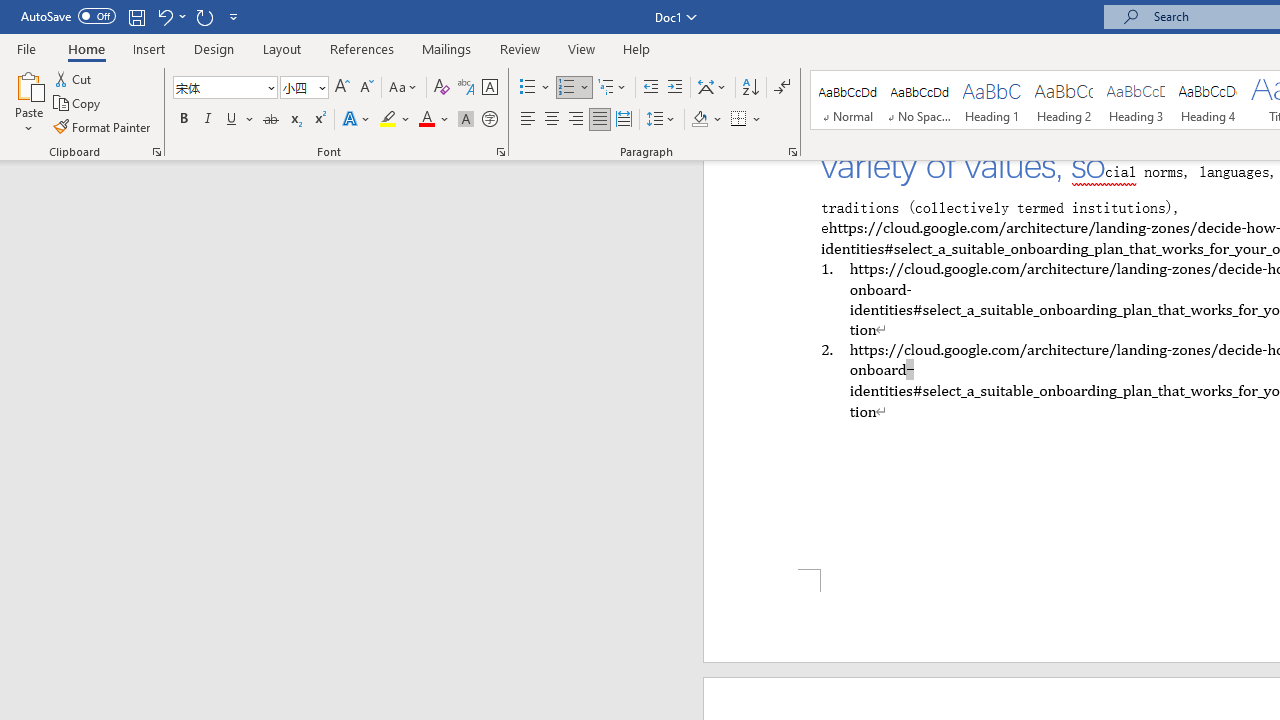 This screenshot has height=720, width=1280. Describe the element at coordinates (28, 103) in the screenshot. I see `'Paste'` at that location.